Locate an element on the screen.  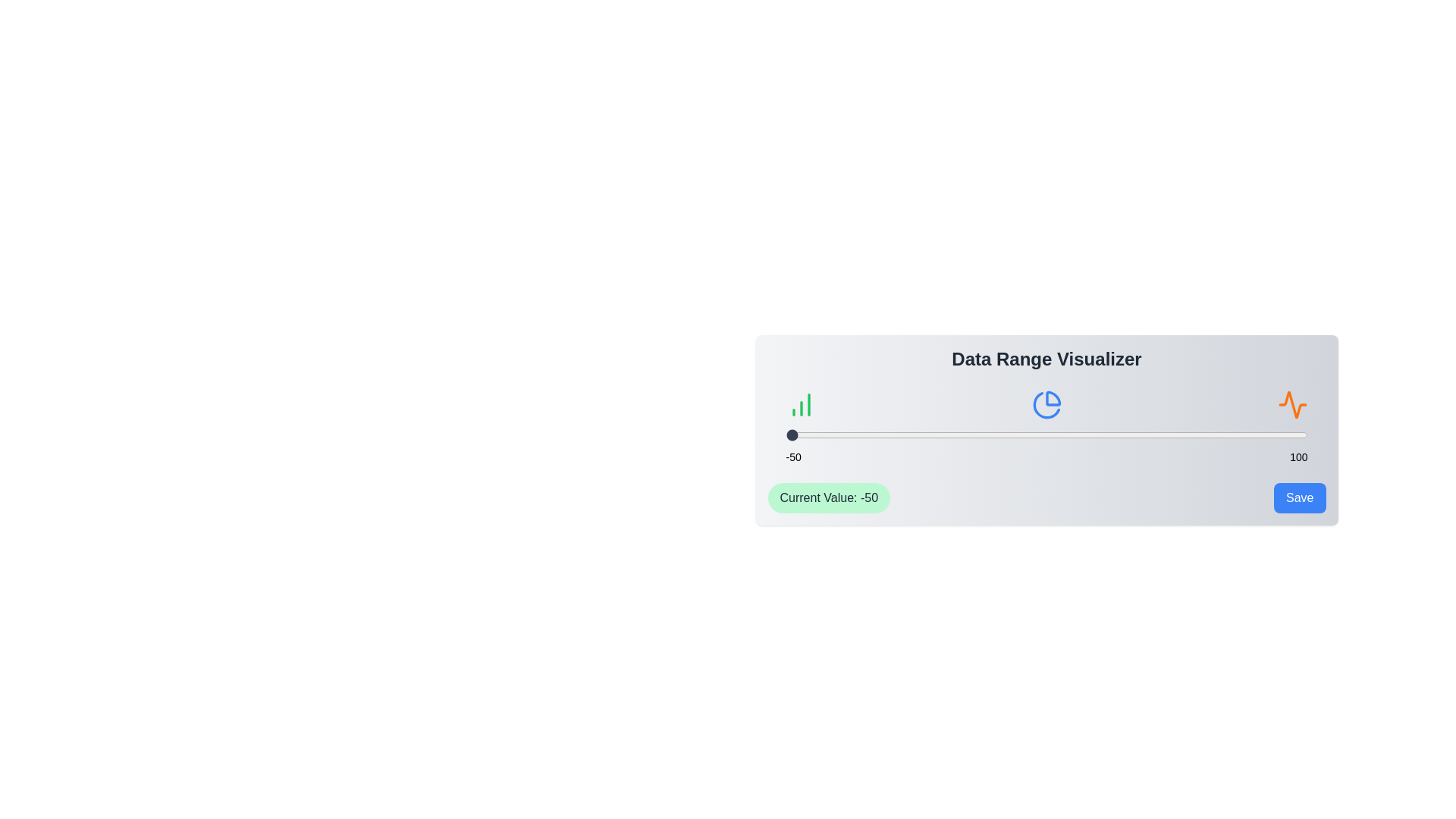
the slider to set the value to 63 is located at coordinates (1178, 435).